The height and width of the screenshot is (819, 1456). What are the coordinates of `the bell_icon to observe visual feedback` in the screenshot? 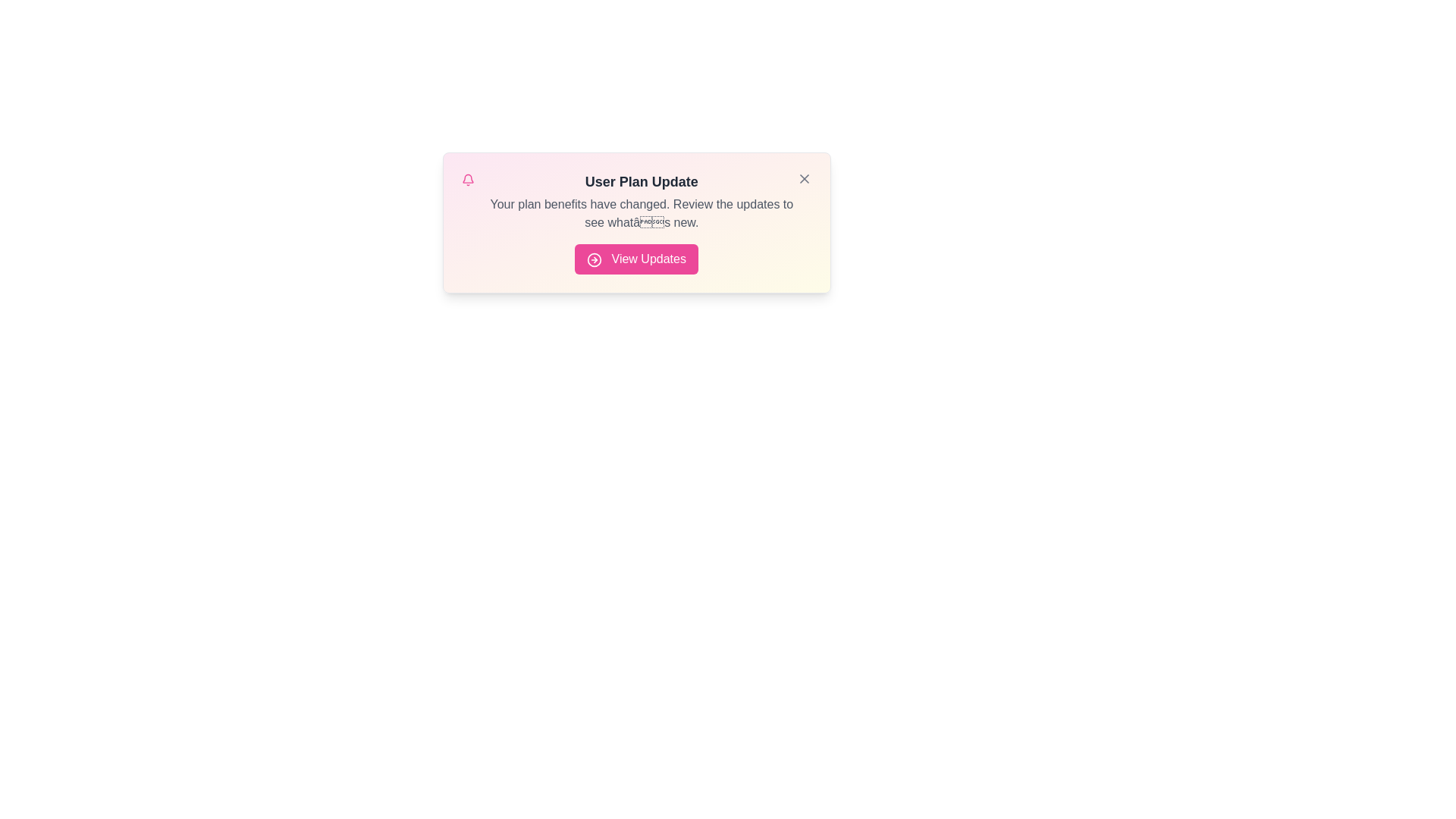 It's located at (467, 180).